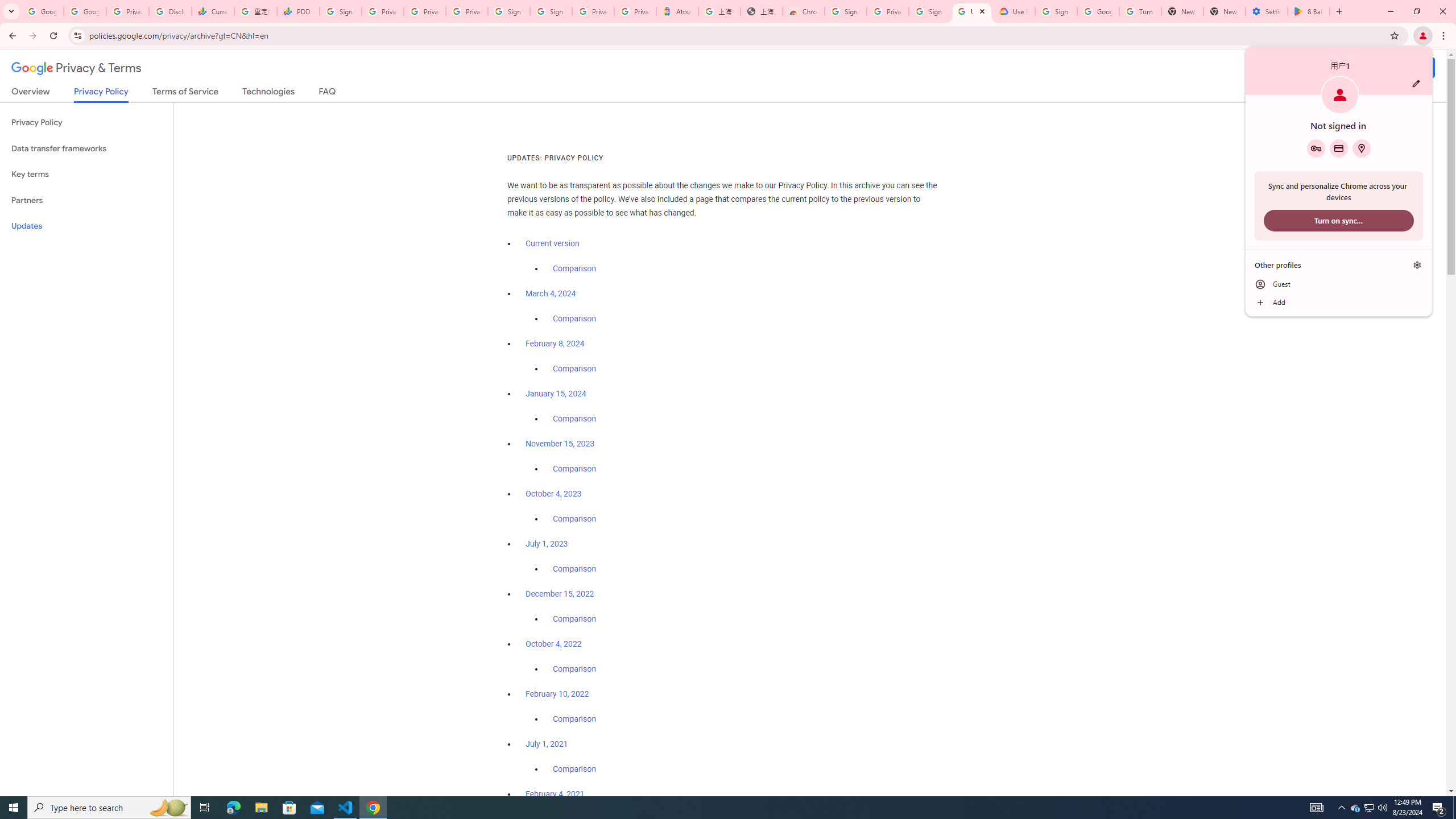 This screenshot has width=1456, height=819. What do you see at coordinates (260, 806) in the screenshot?
I see `'File Explorer'` at bounding box center [260, 806].